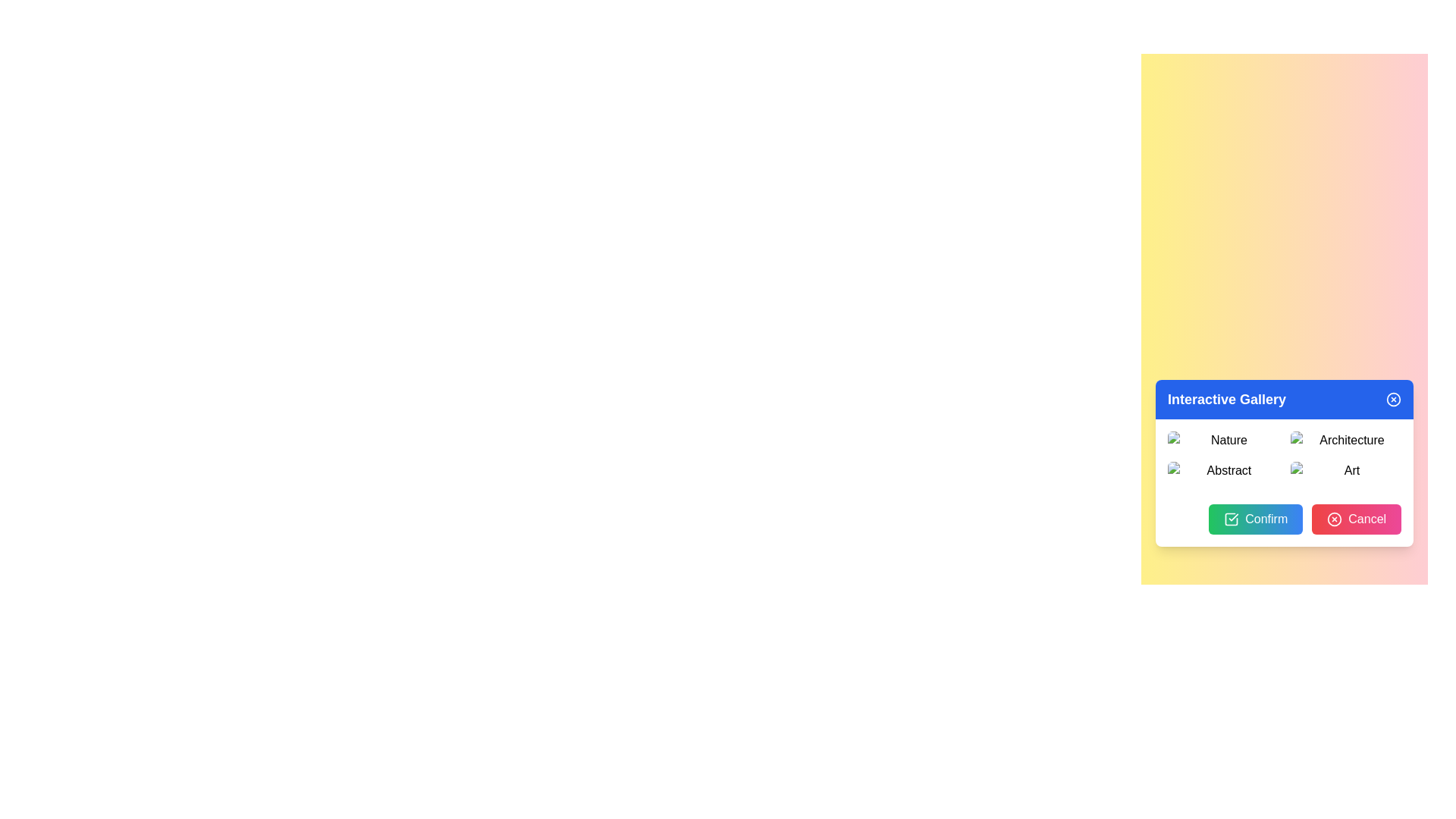  Describe the element at coordinates (1394, 399) in the screenshot. I see `the Decorative SVG circle element that serves as part of the close button in the top-right corner of the modal header` at that location.